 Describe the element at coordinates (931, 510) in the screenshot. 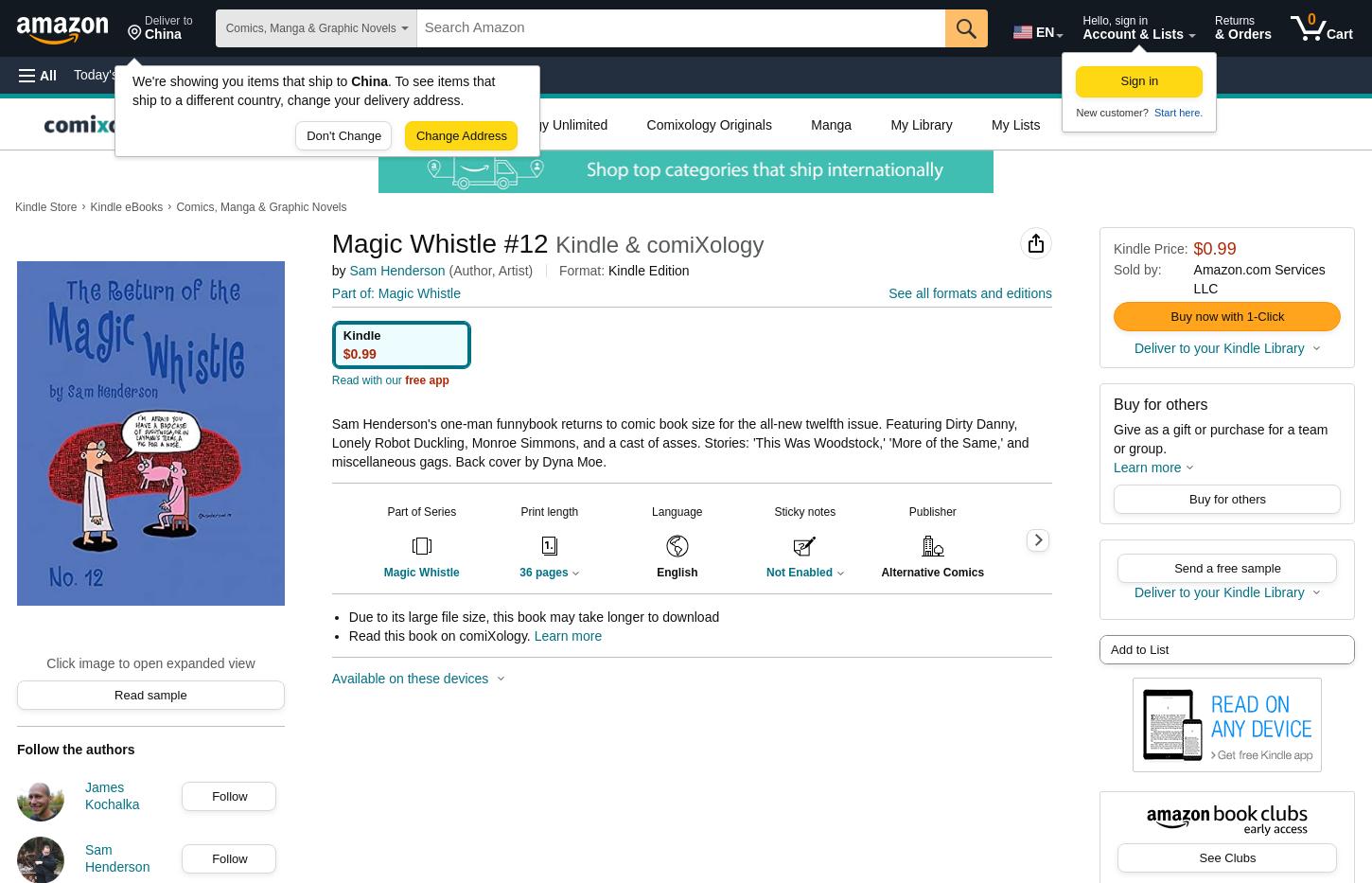

I see `'Publisher'` at that location.